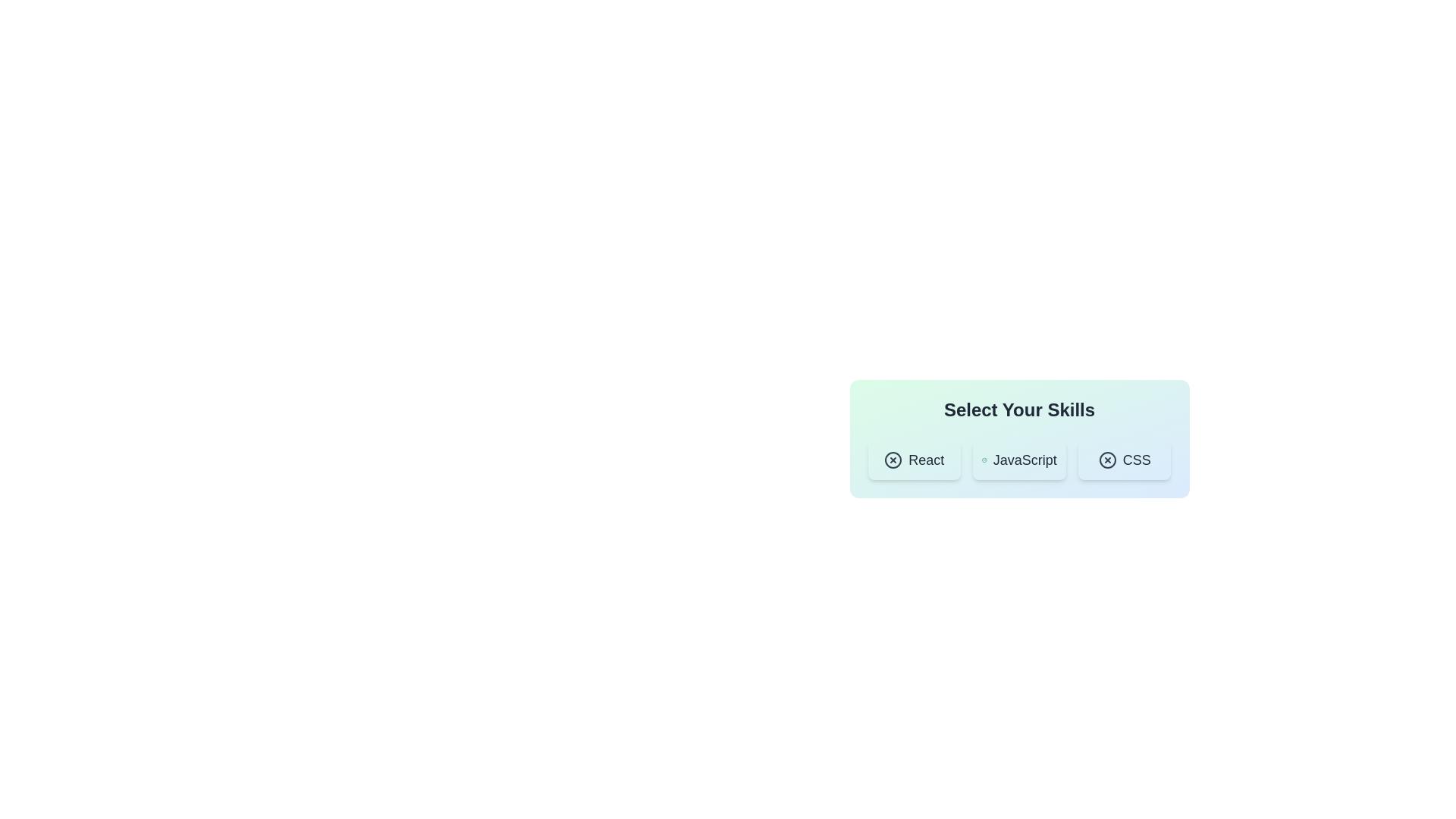  What do you see at coordinates (1019, 459) in the screenshot?
I see `the chip labeled JavaScript to toggle its selection` at bounding box center [1019, 459].